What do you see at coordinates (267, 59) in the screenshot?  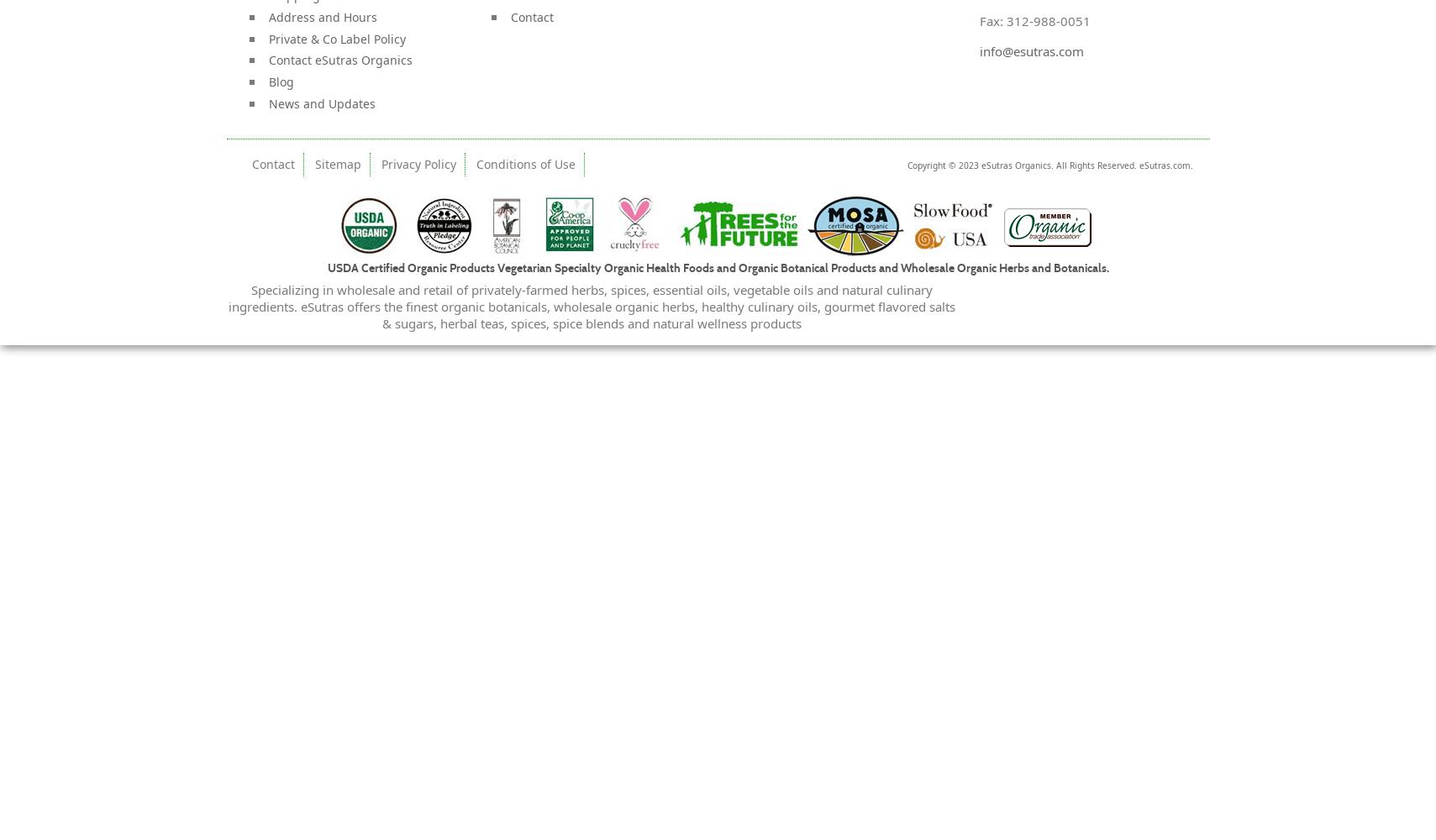 I see `'Contact eSutras Organics'` at bounding box center [267, 59].